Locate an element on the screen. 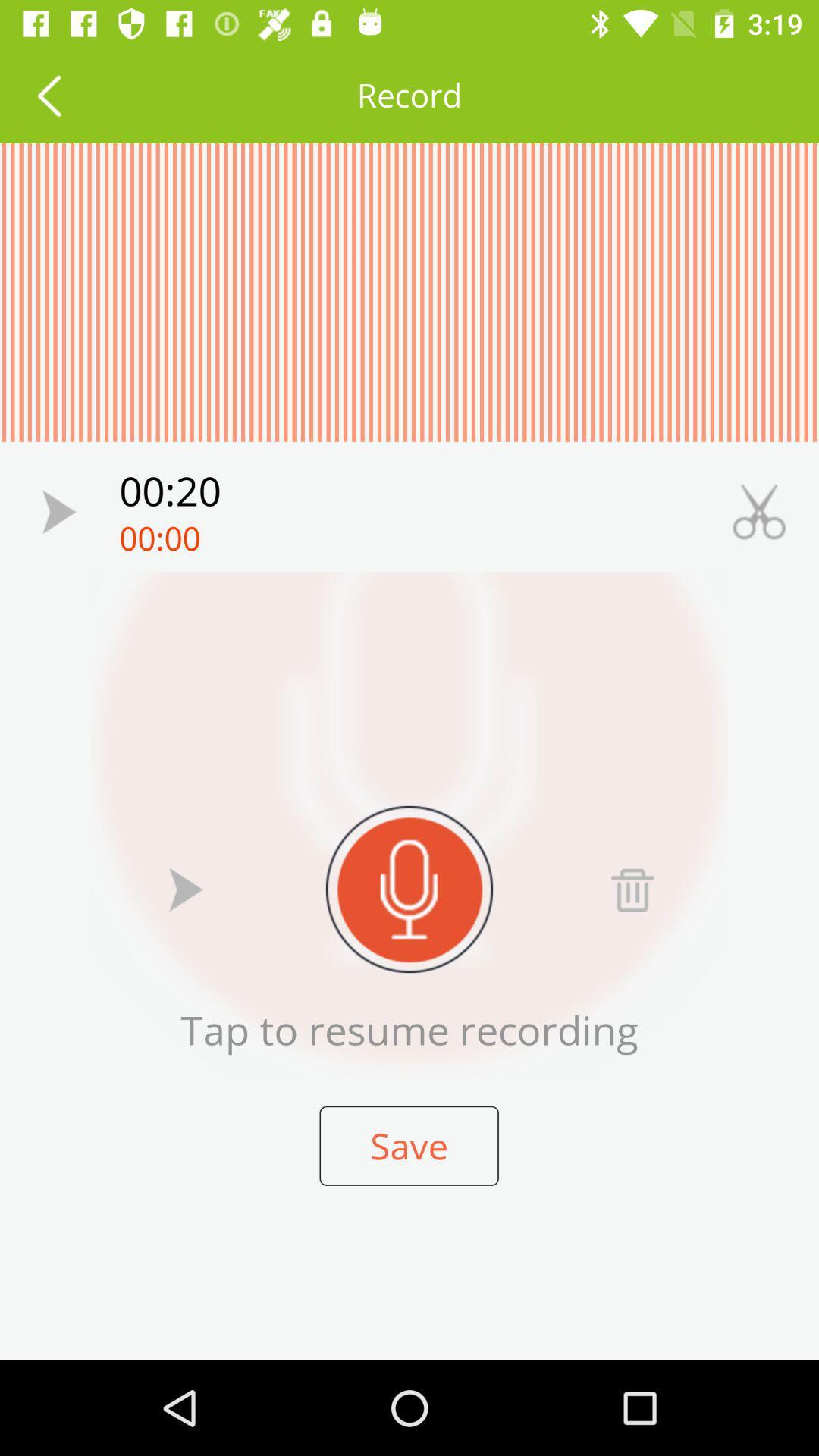 The width and height of the screenshot is (819, 1456). previous is located at coordinates (48, 94).